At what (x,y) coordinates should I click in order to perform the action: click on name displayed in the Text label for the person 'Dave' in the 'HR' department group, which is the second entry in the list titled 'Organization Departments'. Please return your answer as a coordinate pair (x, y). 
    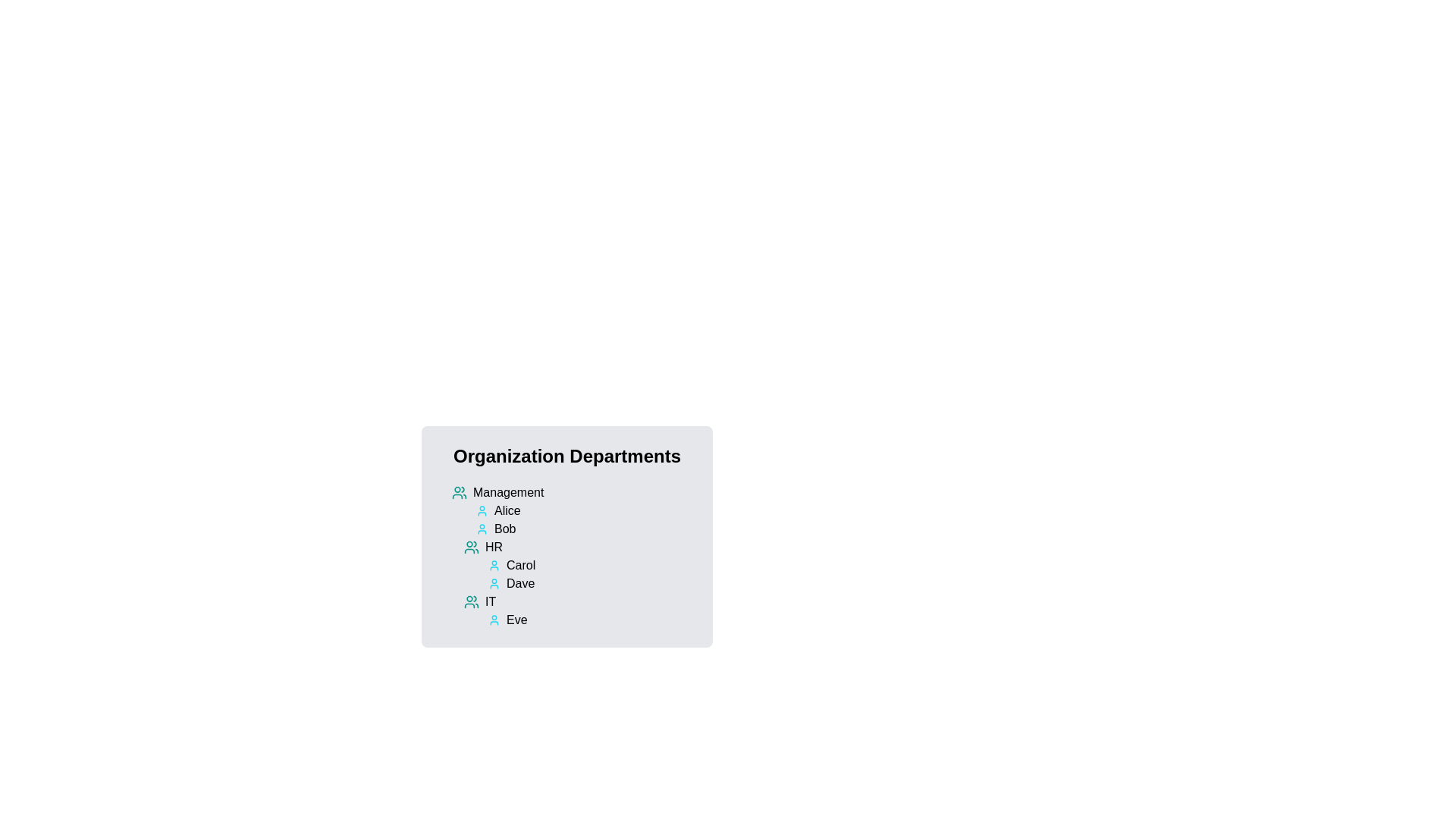
    Looking at the image, I should click on (520, 583).